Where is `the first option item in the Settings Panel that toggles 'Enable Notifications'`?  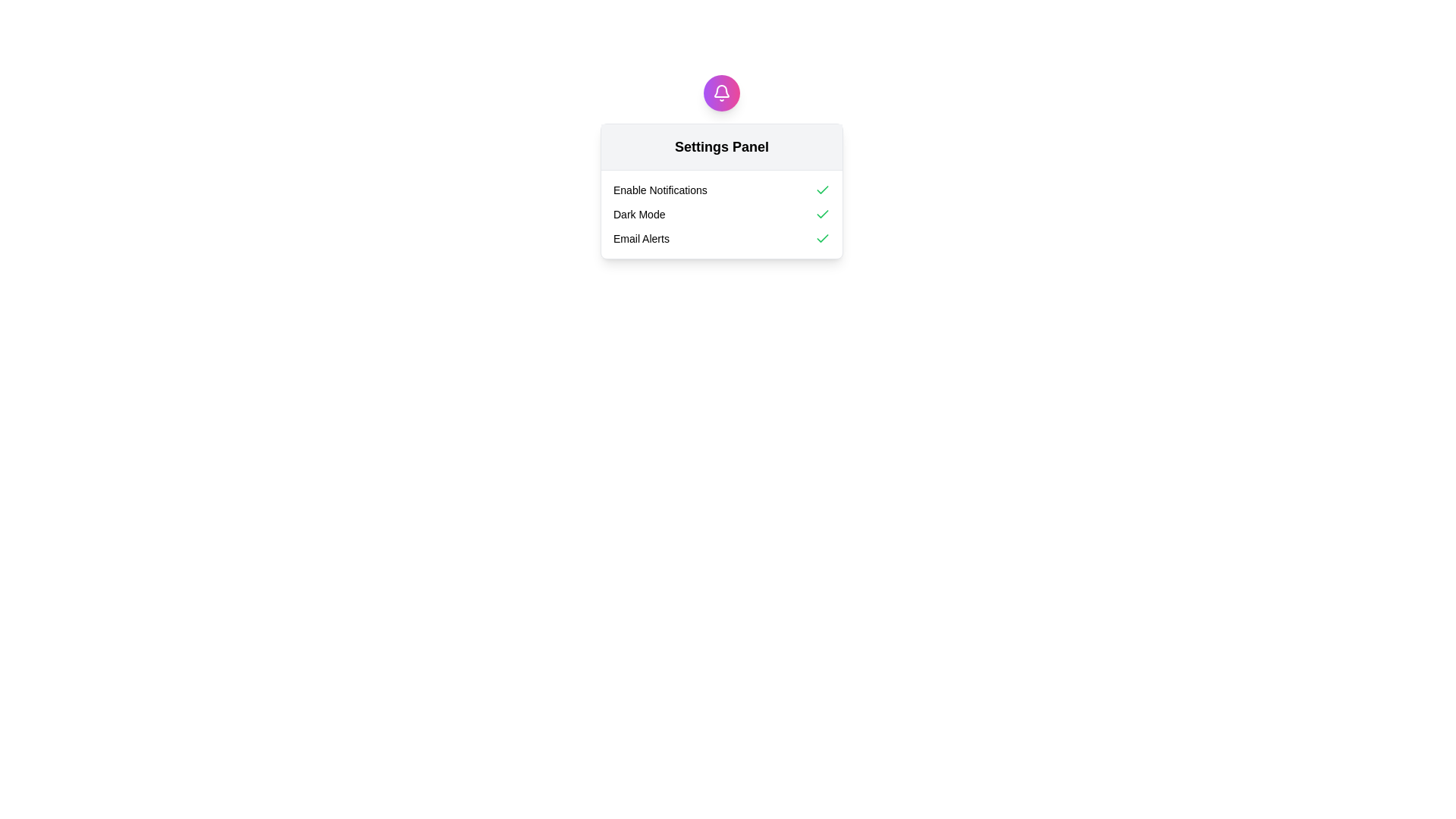
the first option item in the Settings Panel that toggles 'Enable Notifications' is located at coordinates (720, 189).